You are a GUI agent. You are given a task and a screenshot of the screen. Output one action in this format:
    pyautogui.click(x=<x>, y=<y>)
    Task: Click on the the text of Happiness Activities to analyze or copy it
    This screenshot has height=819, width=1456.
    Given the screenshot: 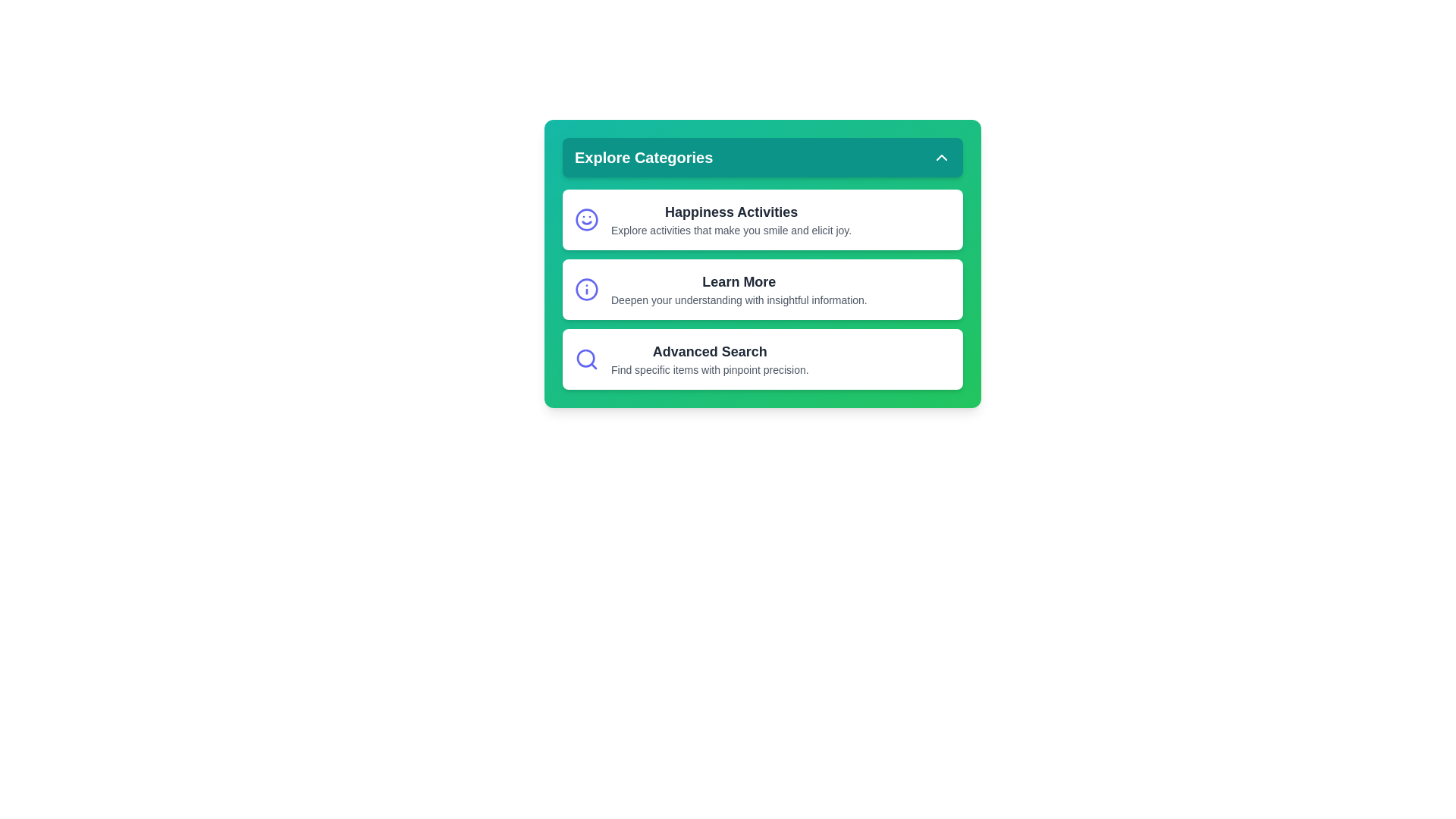 What is the action you would take?
    pyautogui.click(x=763, y=219)
    